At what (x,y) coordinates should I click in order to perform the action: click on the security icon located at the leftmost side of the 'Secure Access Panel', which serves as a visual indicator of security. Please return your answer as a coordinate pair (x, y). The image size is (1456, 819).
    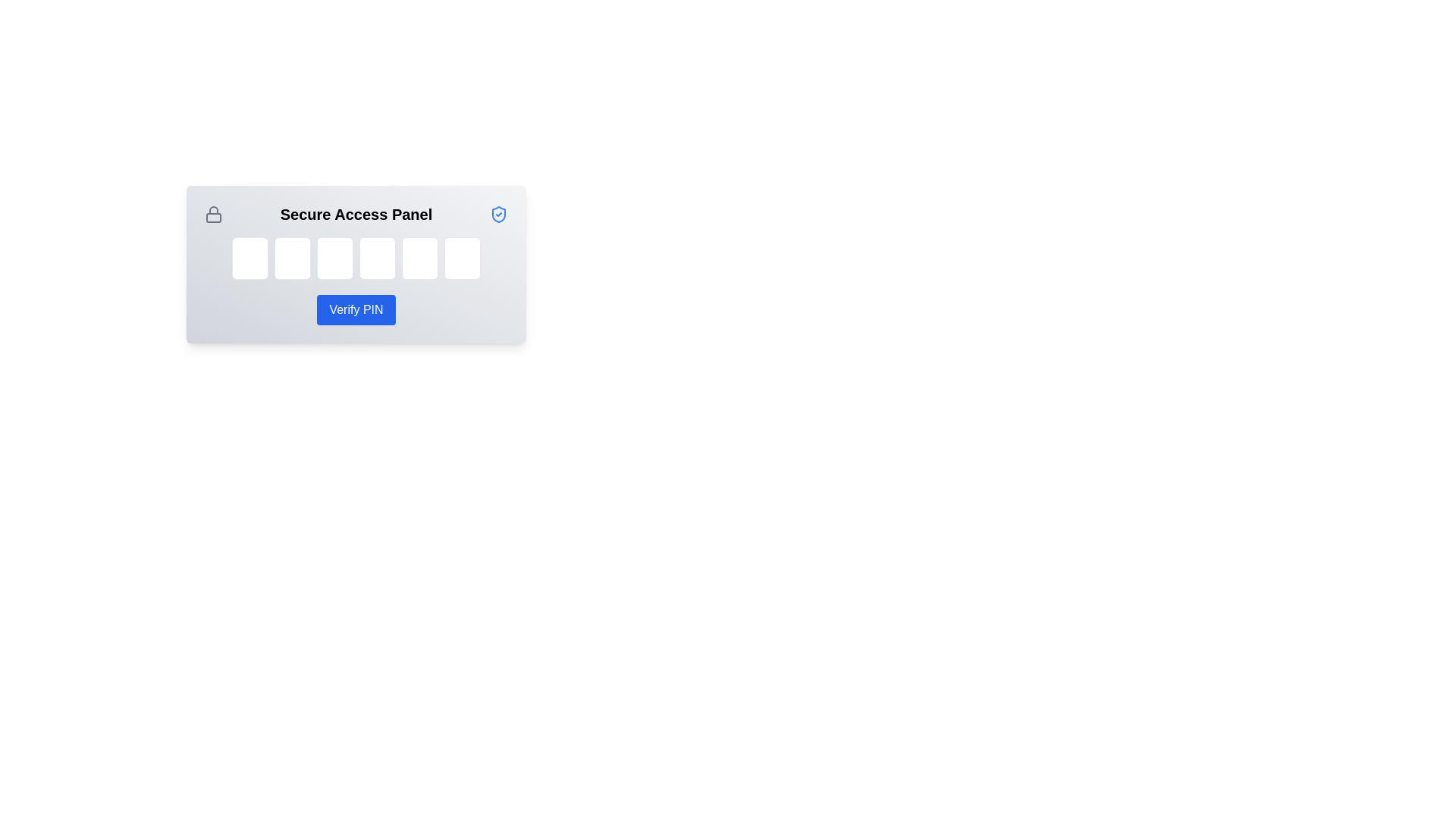
    Looking at the image, I should click on (213, 214).